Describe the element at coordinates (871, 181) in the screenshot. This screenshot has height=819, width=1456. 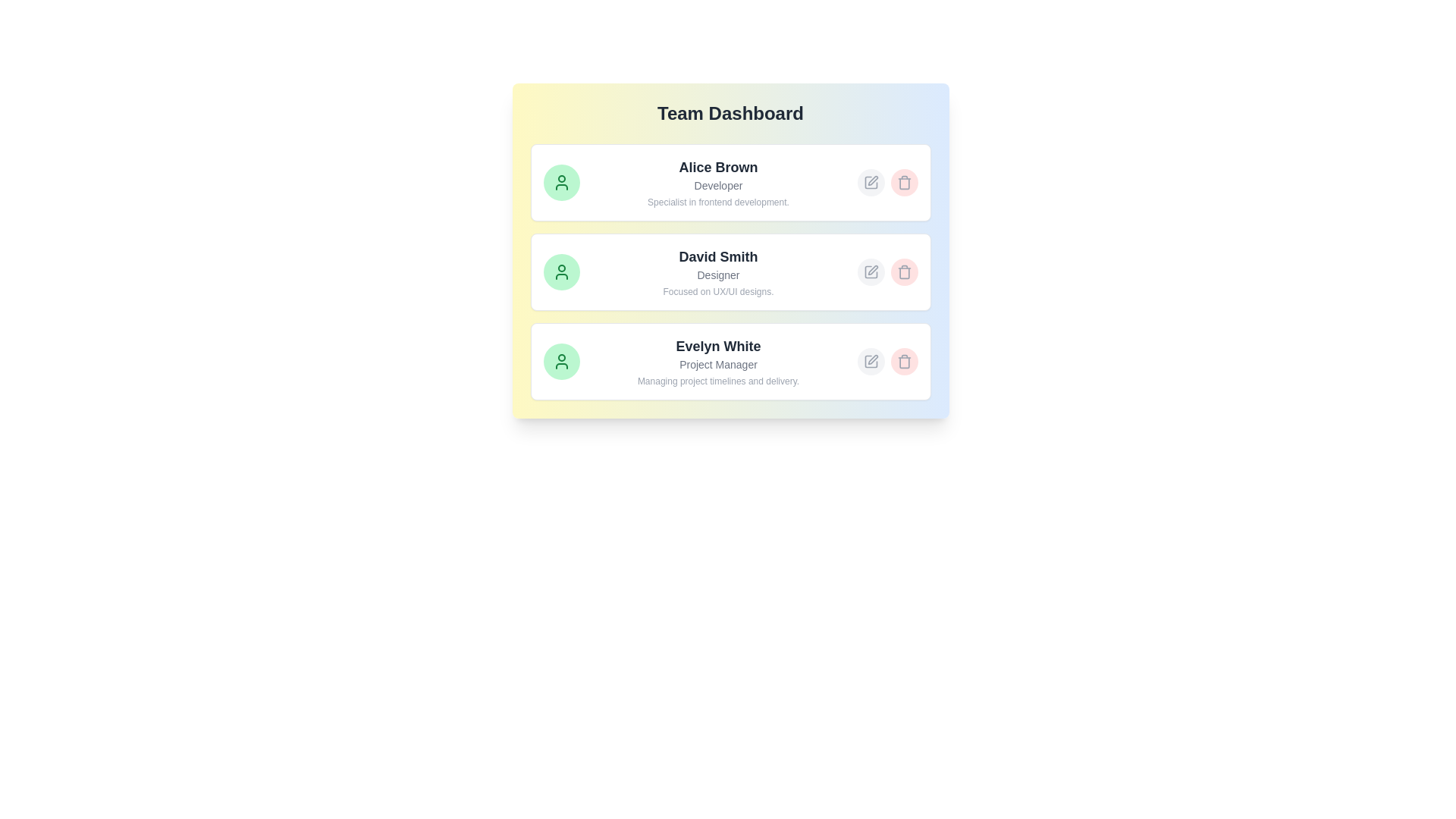
I see `the circular button with a light gray background and a pen icon in the center, located on the far right side of the first row under 'Team Dashboard'` at that location.